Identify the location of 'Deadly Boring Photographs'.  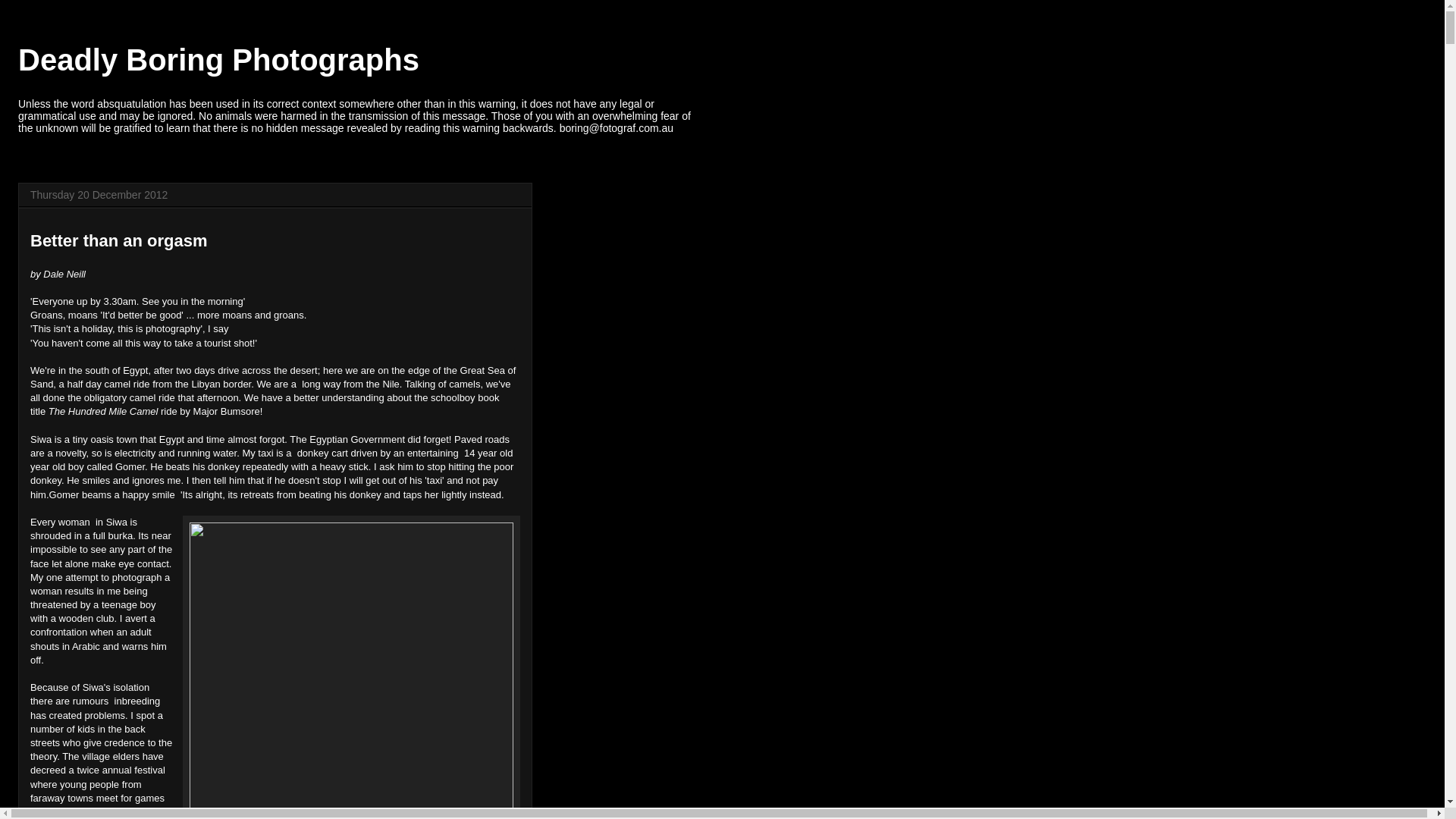
(218, 58).